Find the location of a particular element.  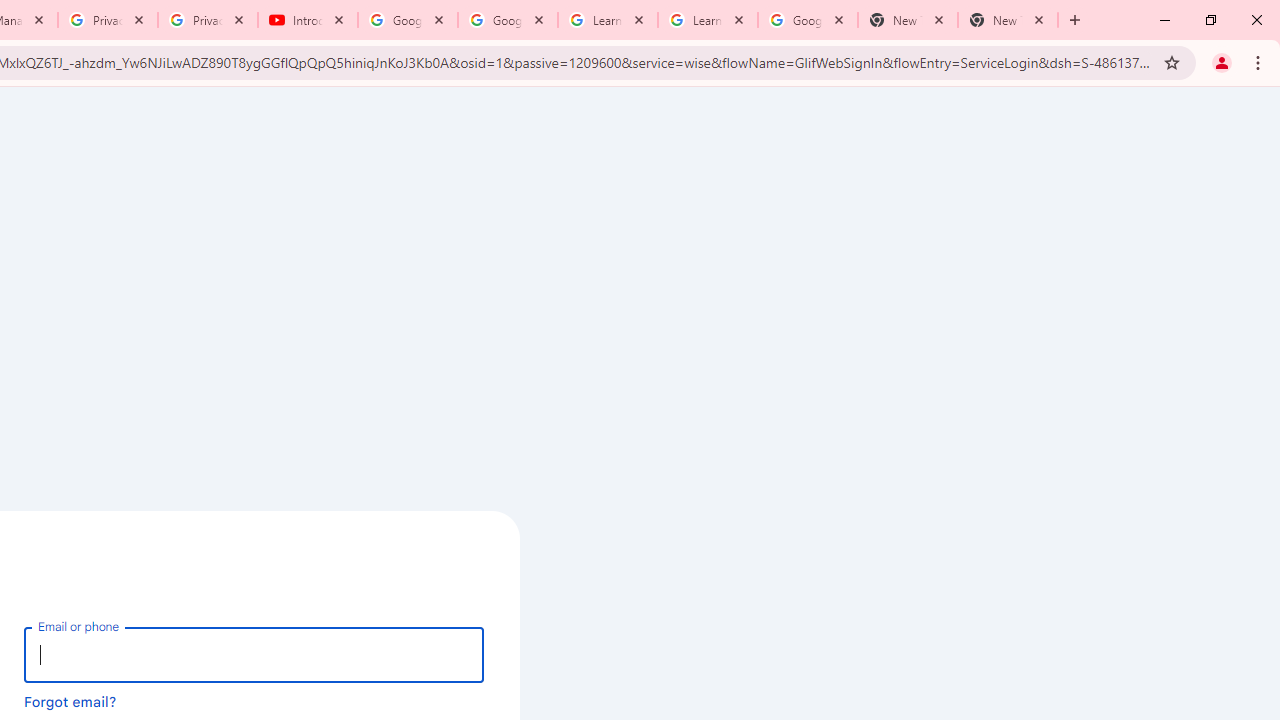

'Google Account Help' is located at coordinates (508, 20).